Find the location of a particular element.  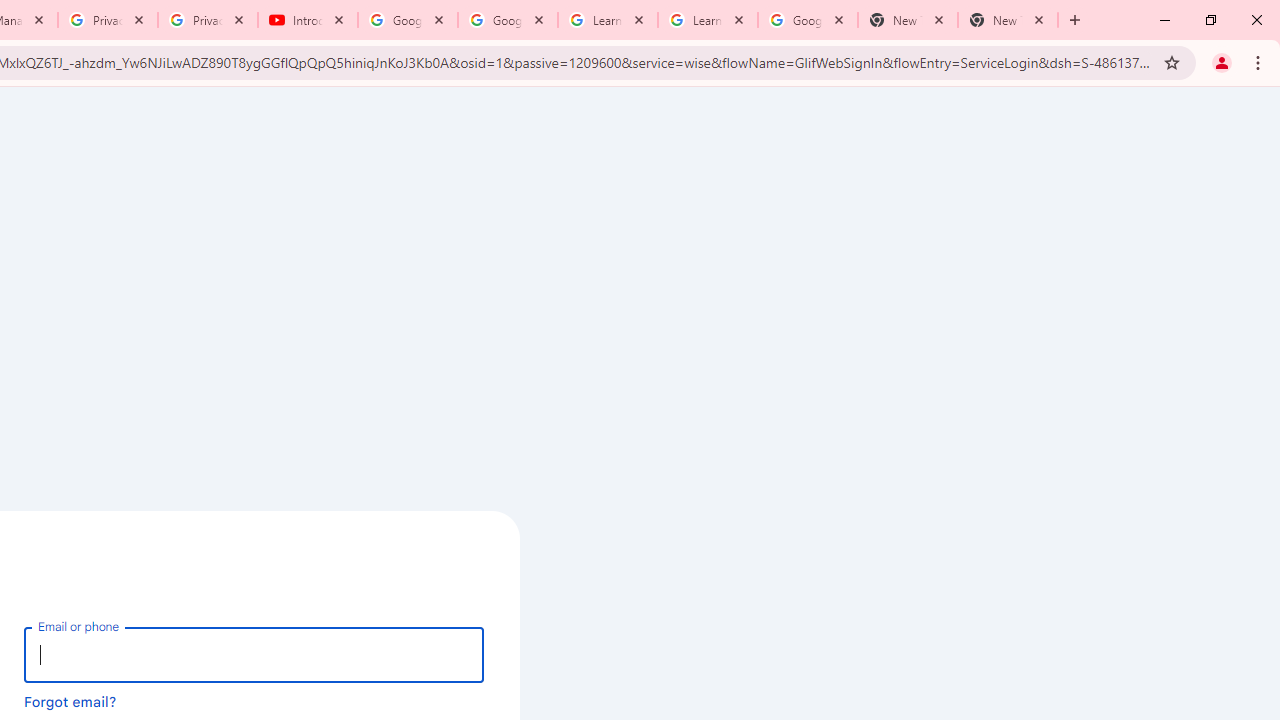

'Google Account Help' is located at coordinates (508, 20).